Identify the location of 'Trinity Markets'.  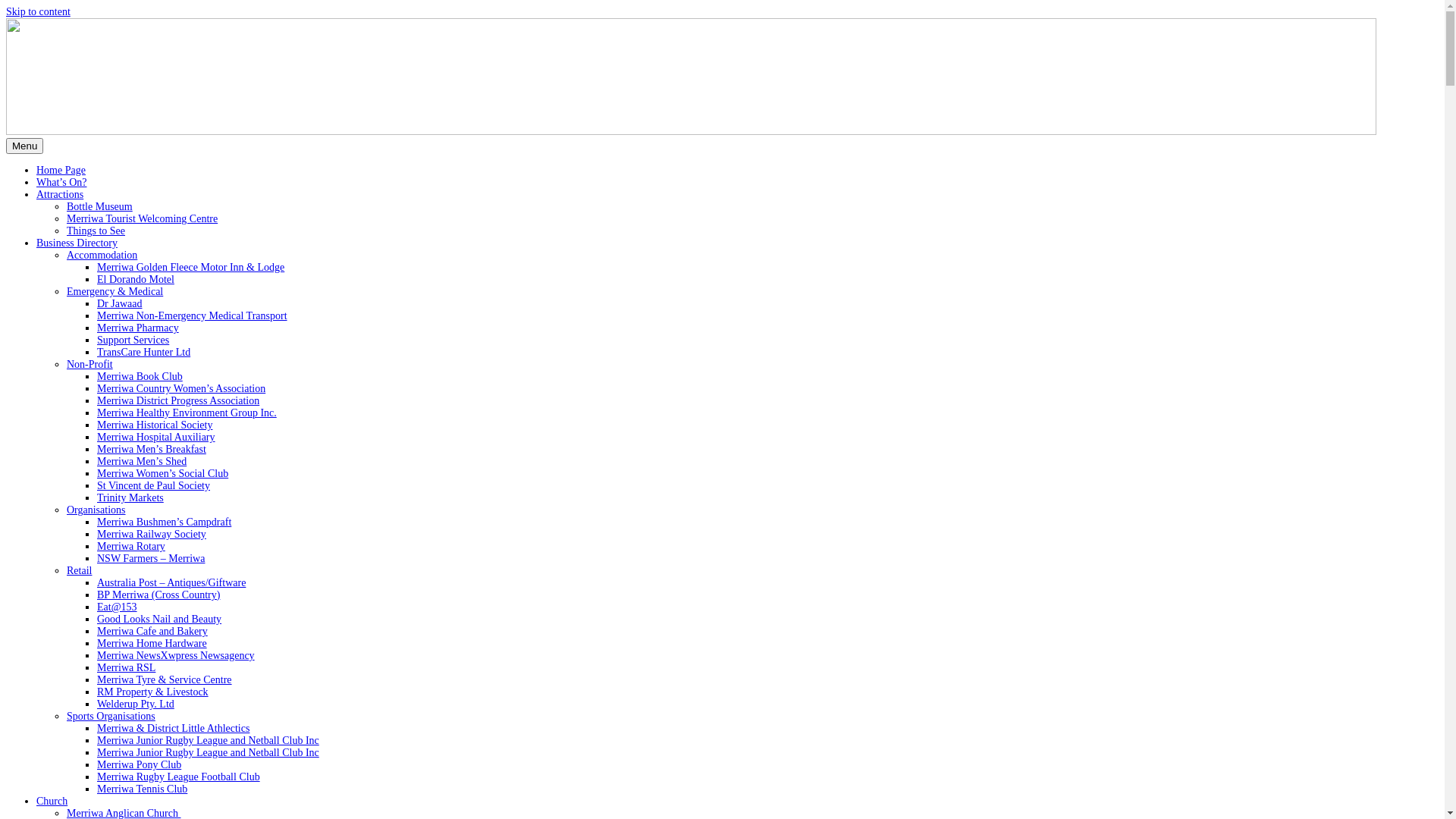
(130, 497).